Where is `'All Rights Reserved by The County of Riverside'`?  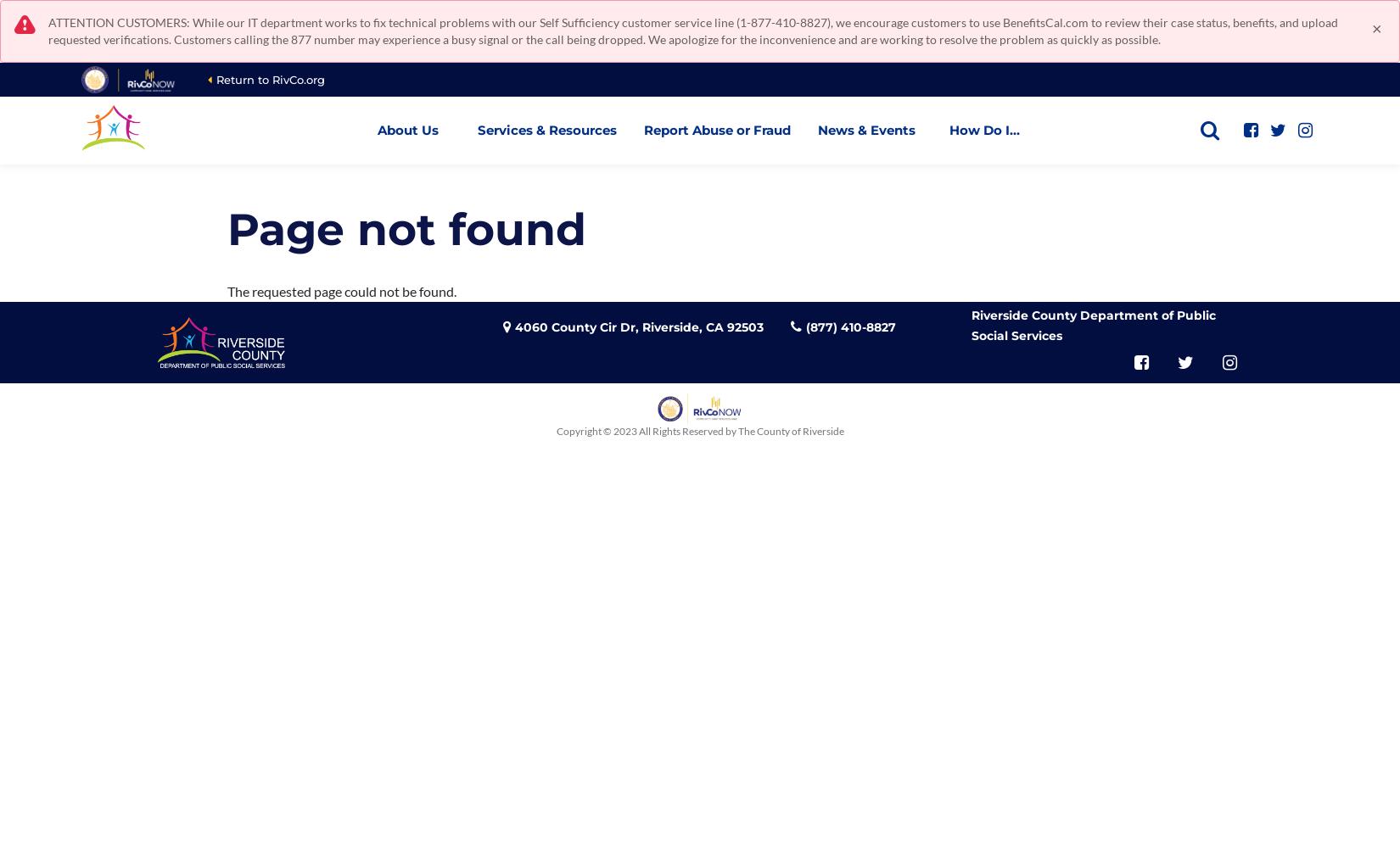
'All Rights Reserved by The County of Riverside' is located at coordinates (741, 430).